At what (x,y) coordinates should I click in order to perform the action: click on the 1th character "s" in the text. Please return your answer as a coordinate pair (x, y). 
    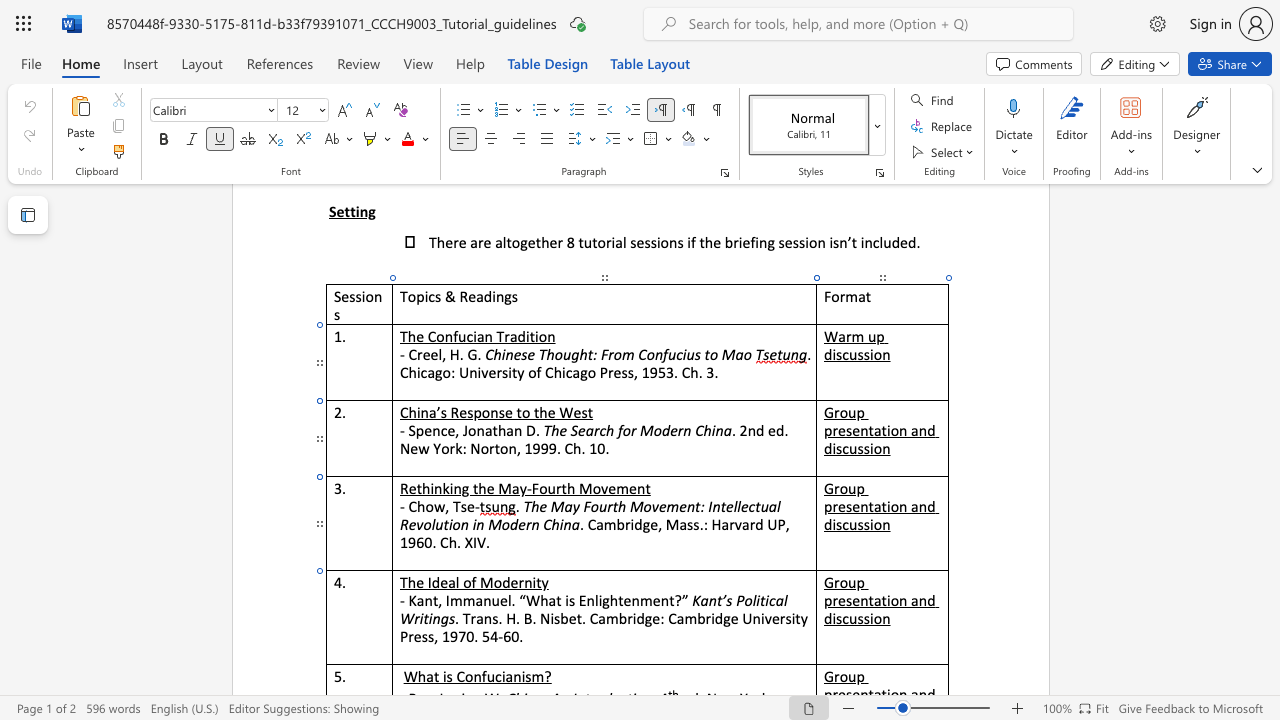
    Looking at the image, I should click on (462, 505).